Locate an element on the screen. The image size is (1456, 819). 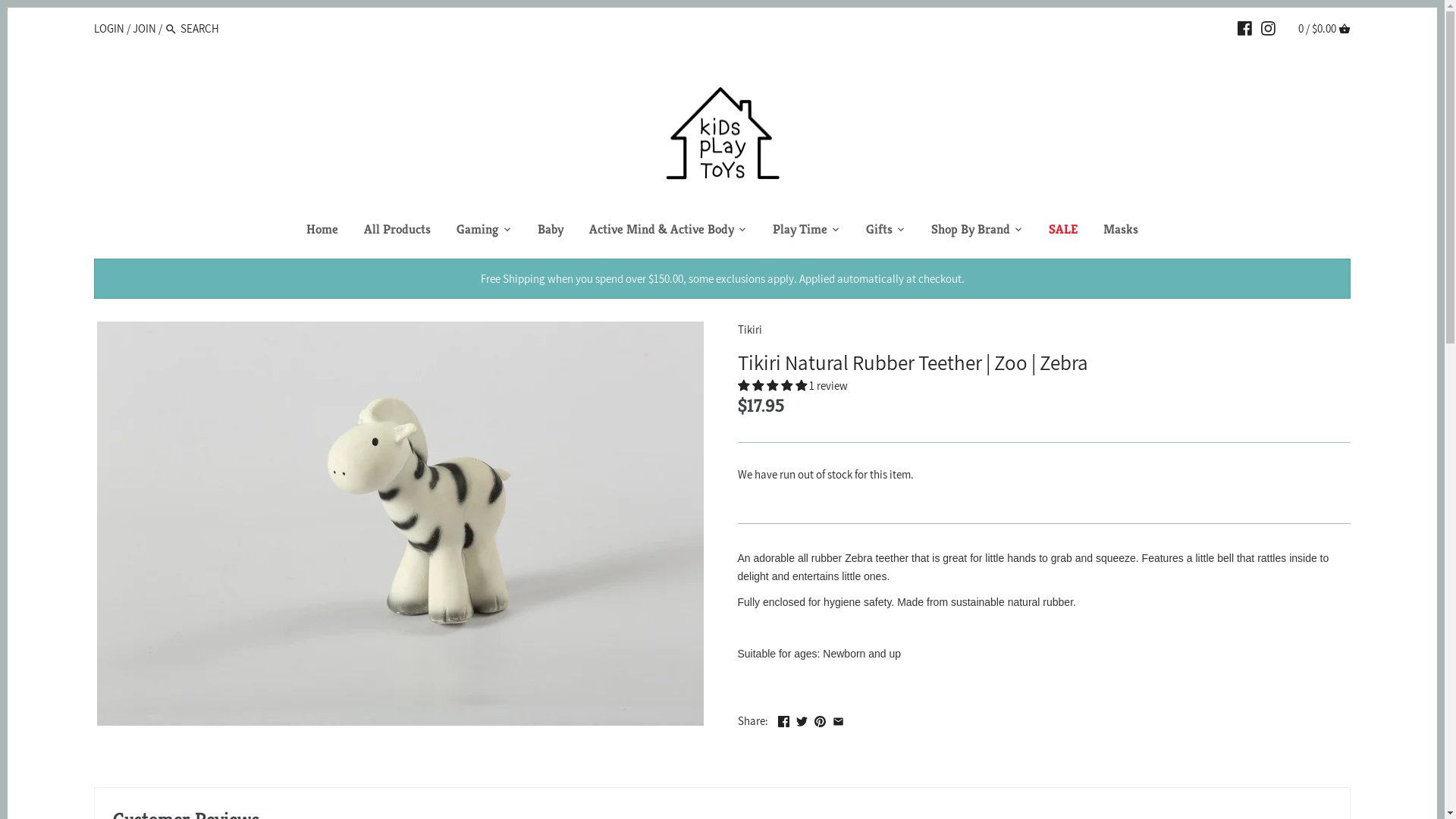
'FACEBOOK' is located at coordinates (1244, 28).